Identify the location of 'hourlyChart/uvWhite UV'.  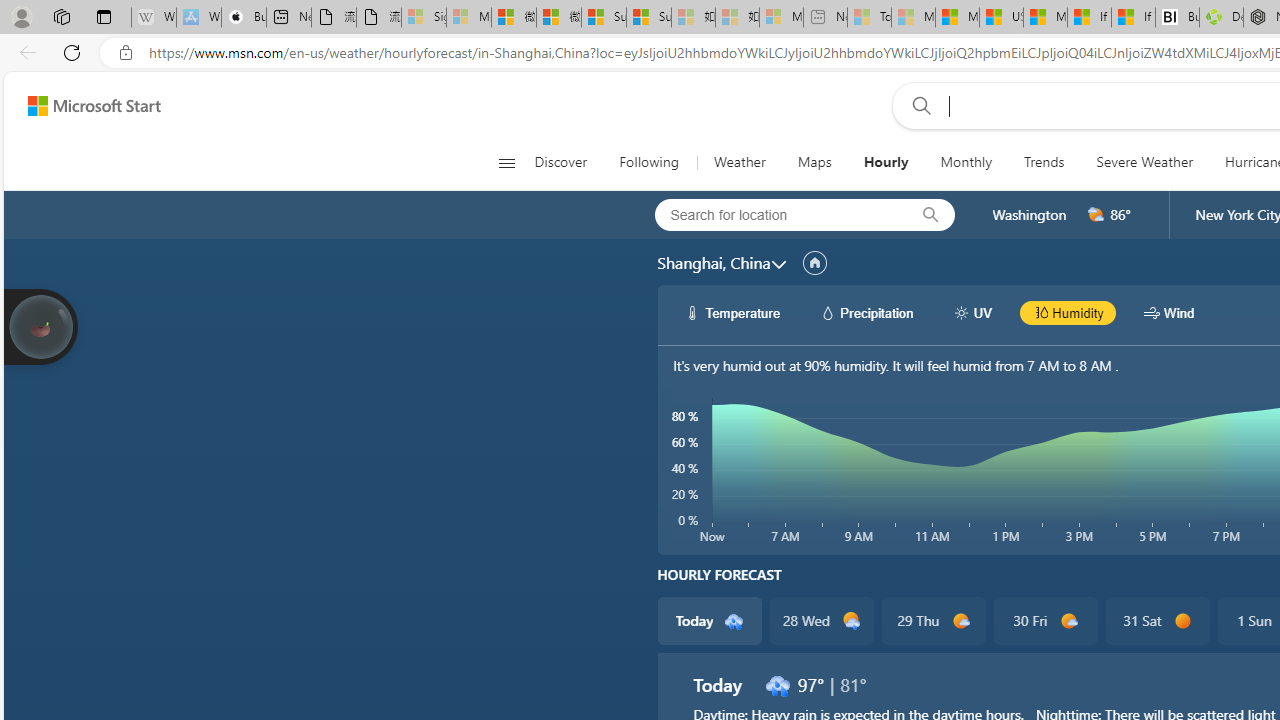
(972, 312).